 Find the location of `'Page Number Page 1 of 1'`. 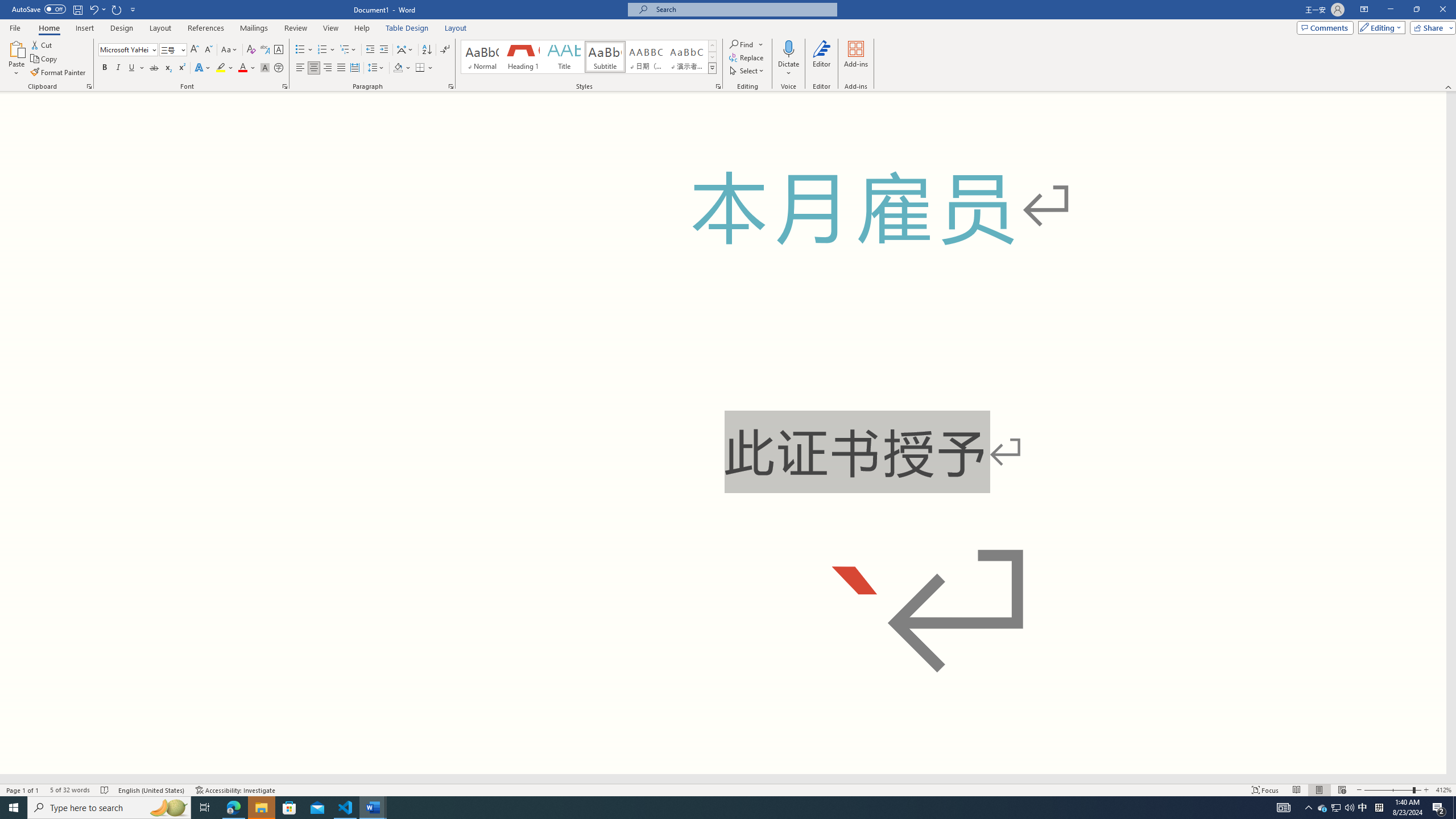

'Page Number Page 1 of 1' is located at coordinates (23, 790).